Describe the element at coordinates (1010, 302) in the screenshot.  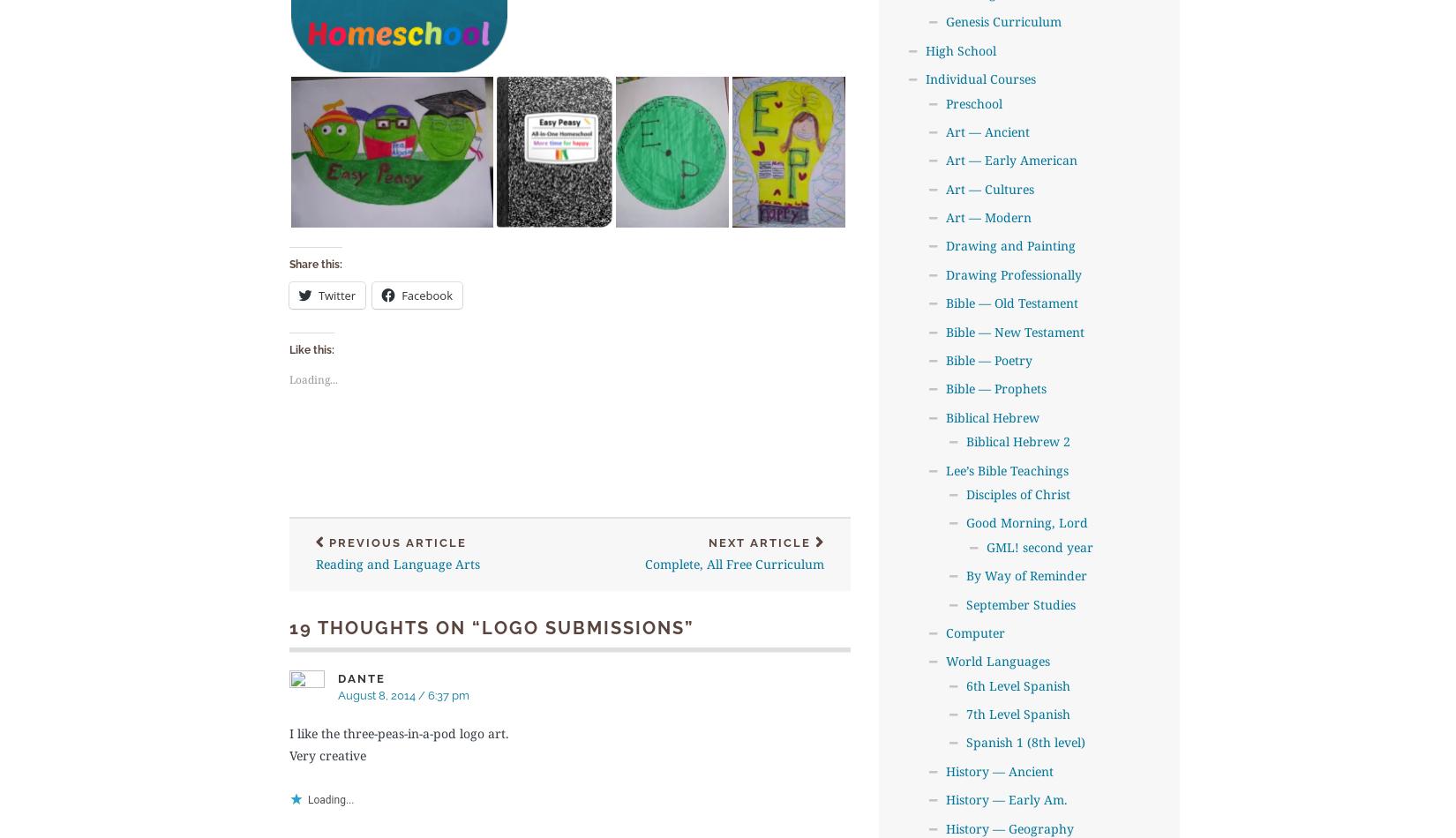
I see `'Bible — Old Testament'` at that location.